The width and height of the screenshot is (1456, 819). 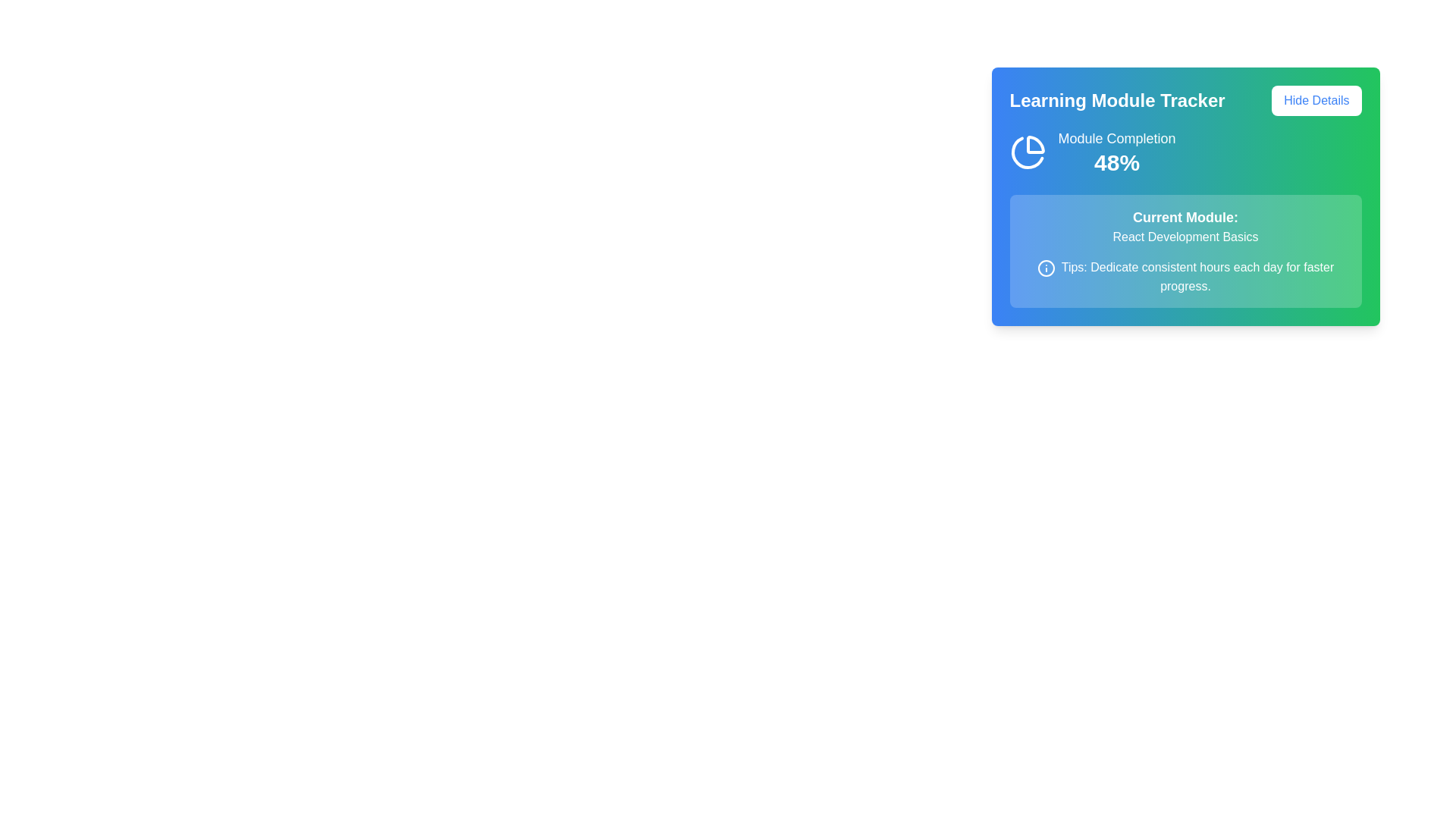 I want to click on the 'Module Completion' heading text element, which is styled boldly and positioned at the top-left of the Learning Module Tracker card, so click(x=1117, y=138).